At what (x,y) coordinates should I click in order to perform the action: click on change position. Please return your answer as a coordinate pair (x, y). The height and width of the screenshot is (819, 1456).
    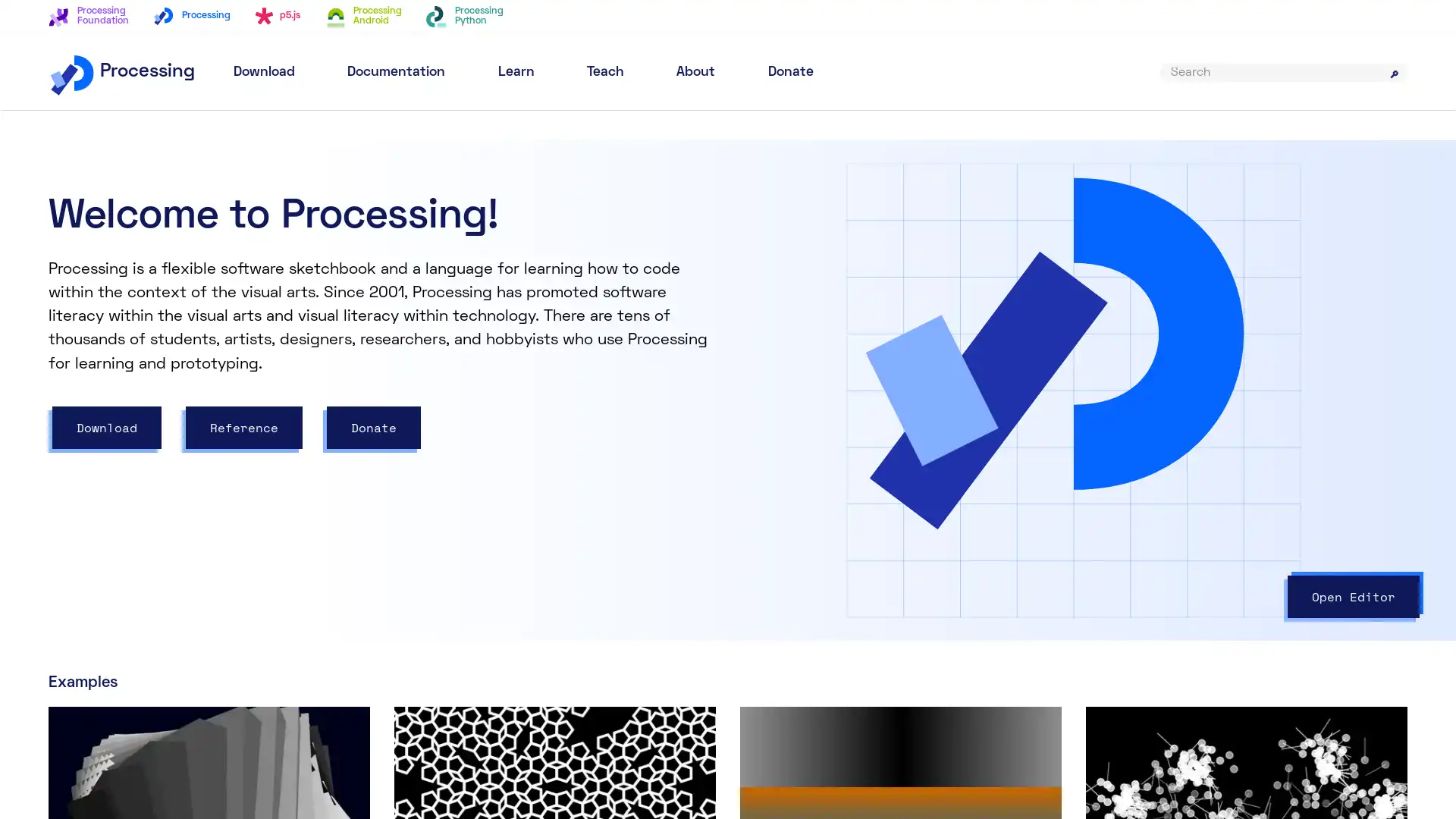
    Looking at the image, I should click on (1109, 416).